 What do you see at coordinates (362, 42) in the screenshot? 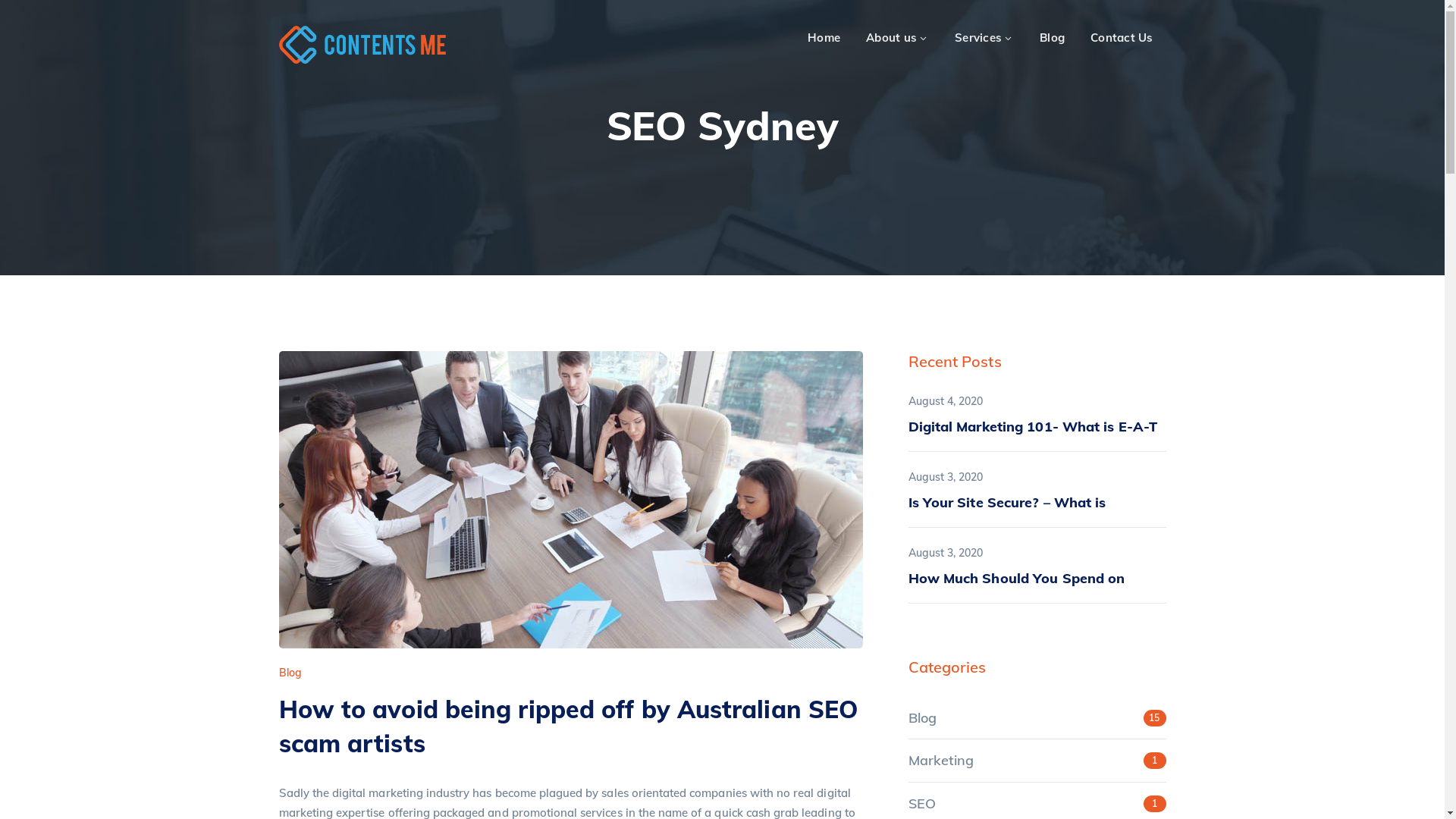
I see `'Content's Me'` at bounding box center [362, 42].